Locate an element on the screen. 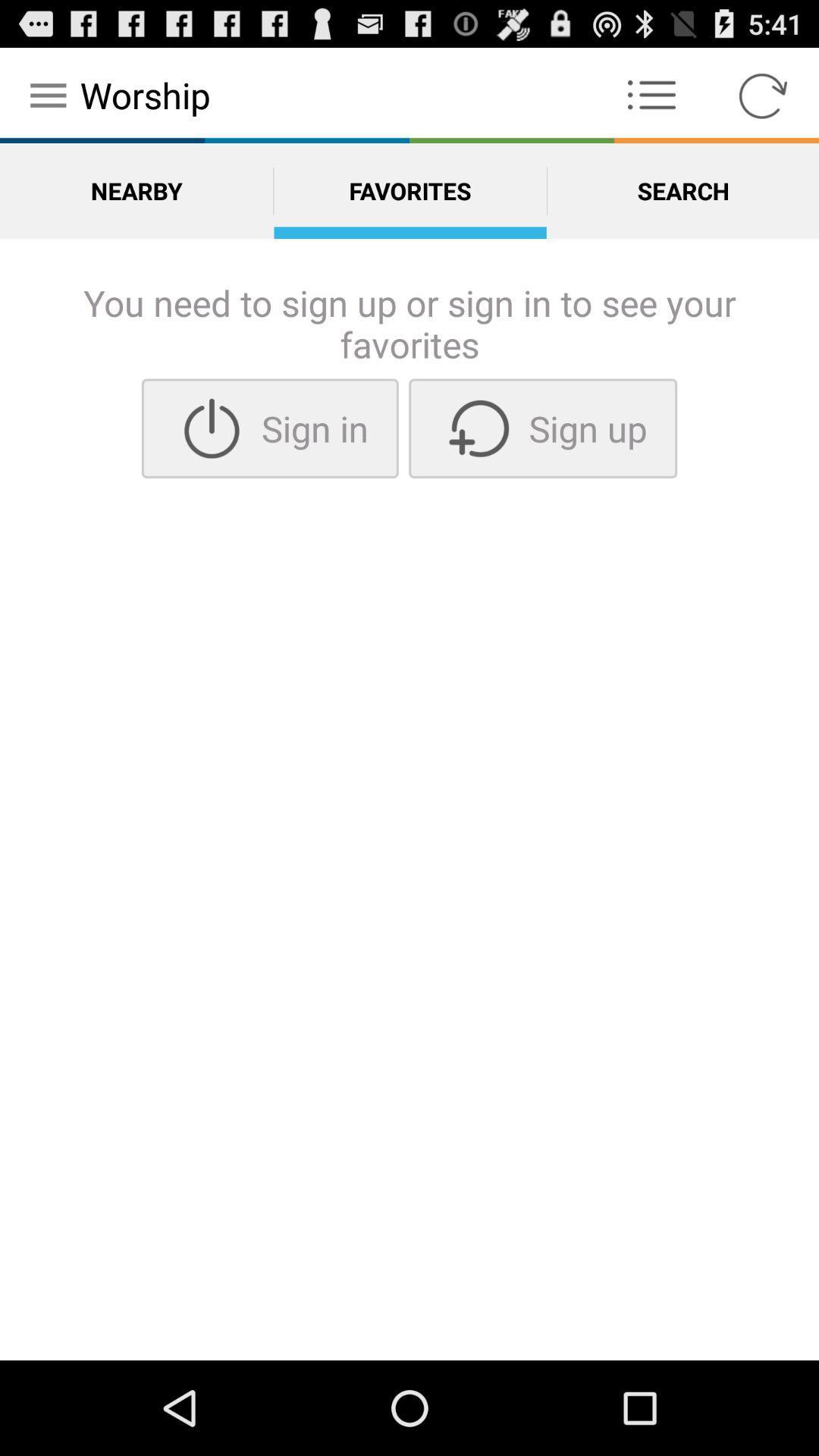  the button next to sign in is located at coordinates (542, 428).